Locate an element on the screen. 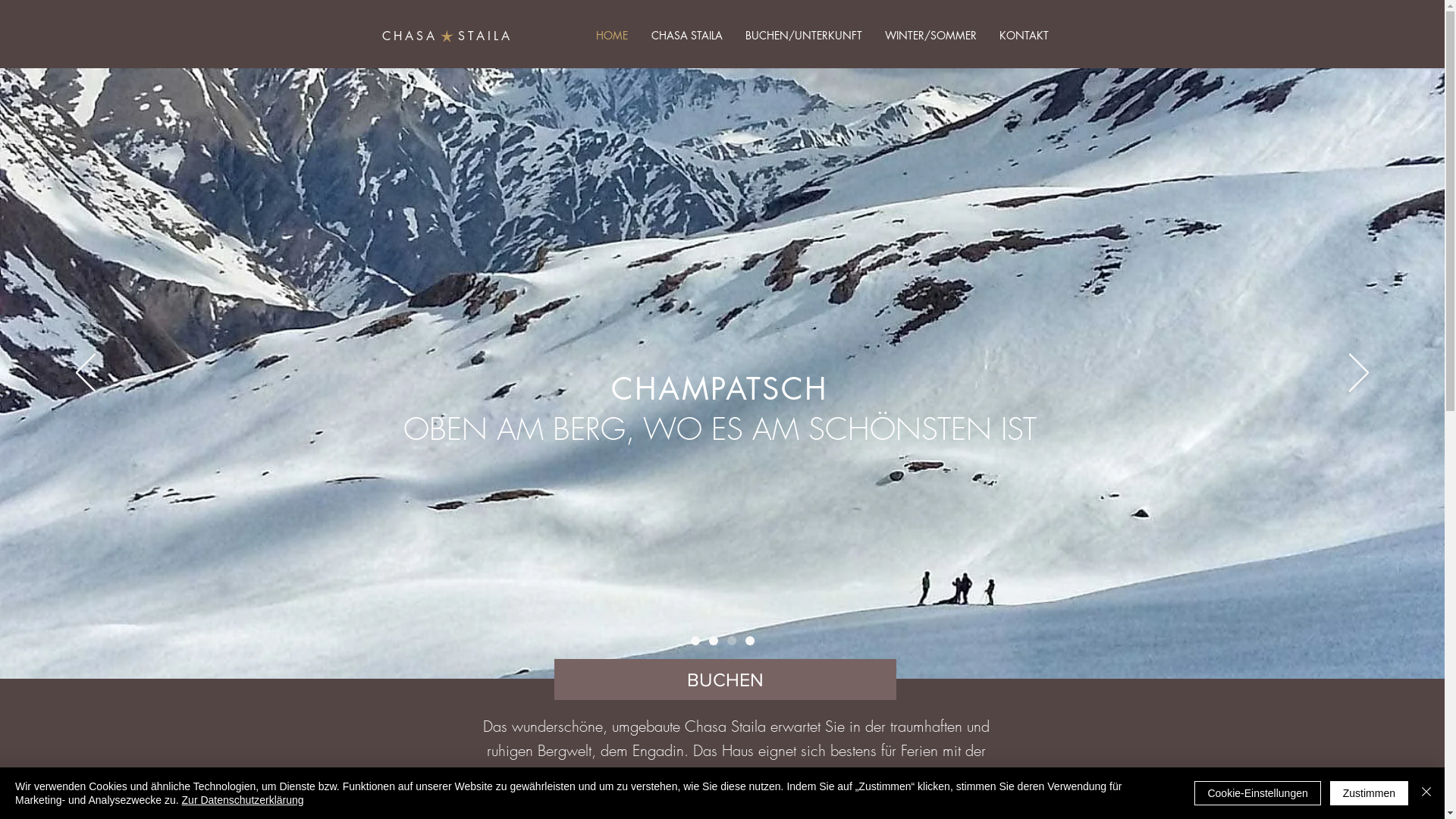 The height and width of the screenshot is (819, 1456). 'WINTER/SOMMER' is located at coordinates (930, 34).